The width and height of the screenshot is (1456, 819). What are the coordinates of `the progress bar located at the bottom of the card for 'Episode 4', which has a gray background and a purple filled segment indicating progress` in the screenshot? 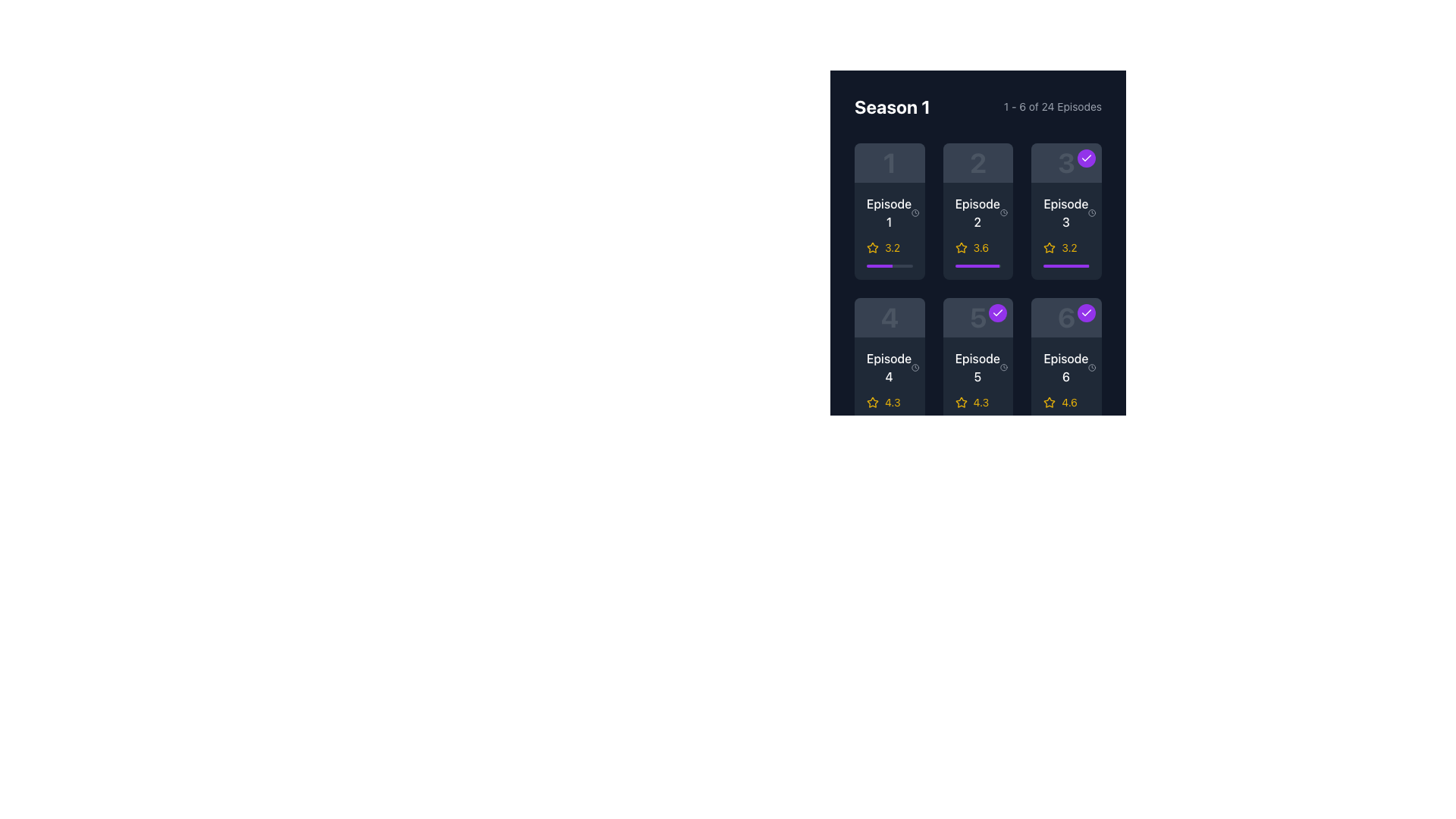 It's located at (890, 421).